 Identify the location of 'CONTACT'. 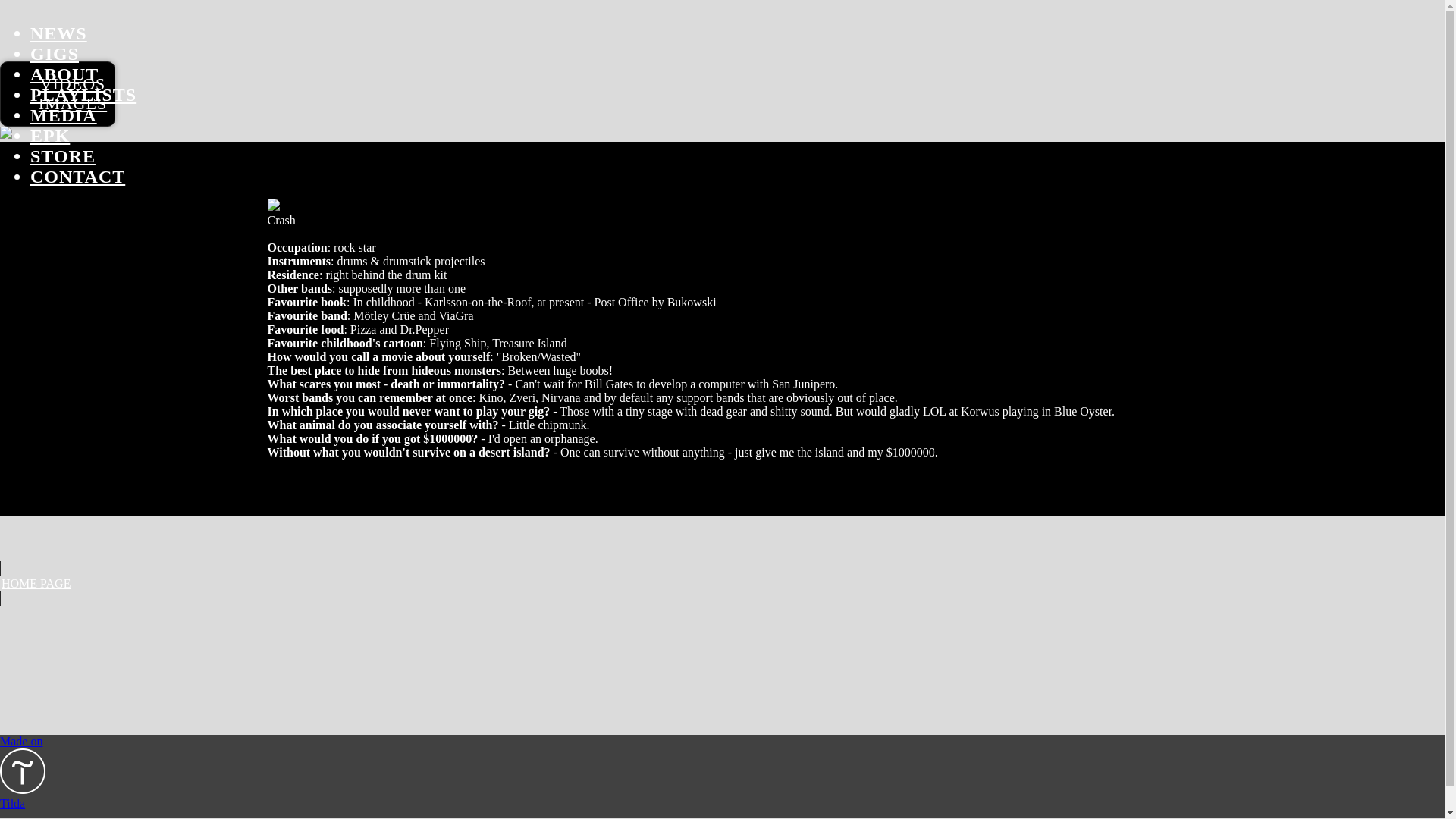
(30, 175).